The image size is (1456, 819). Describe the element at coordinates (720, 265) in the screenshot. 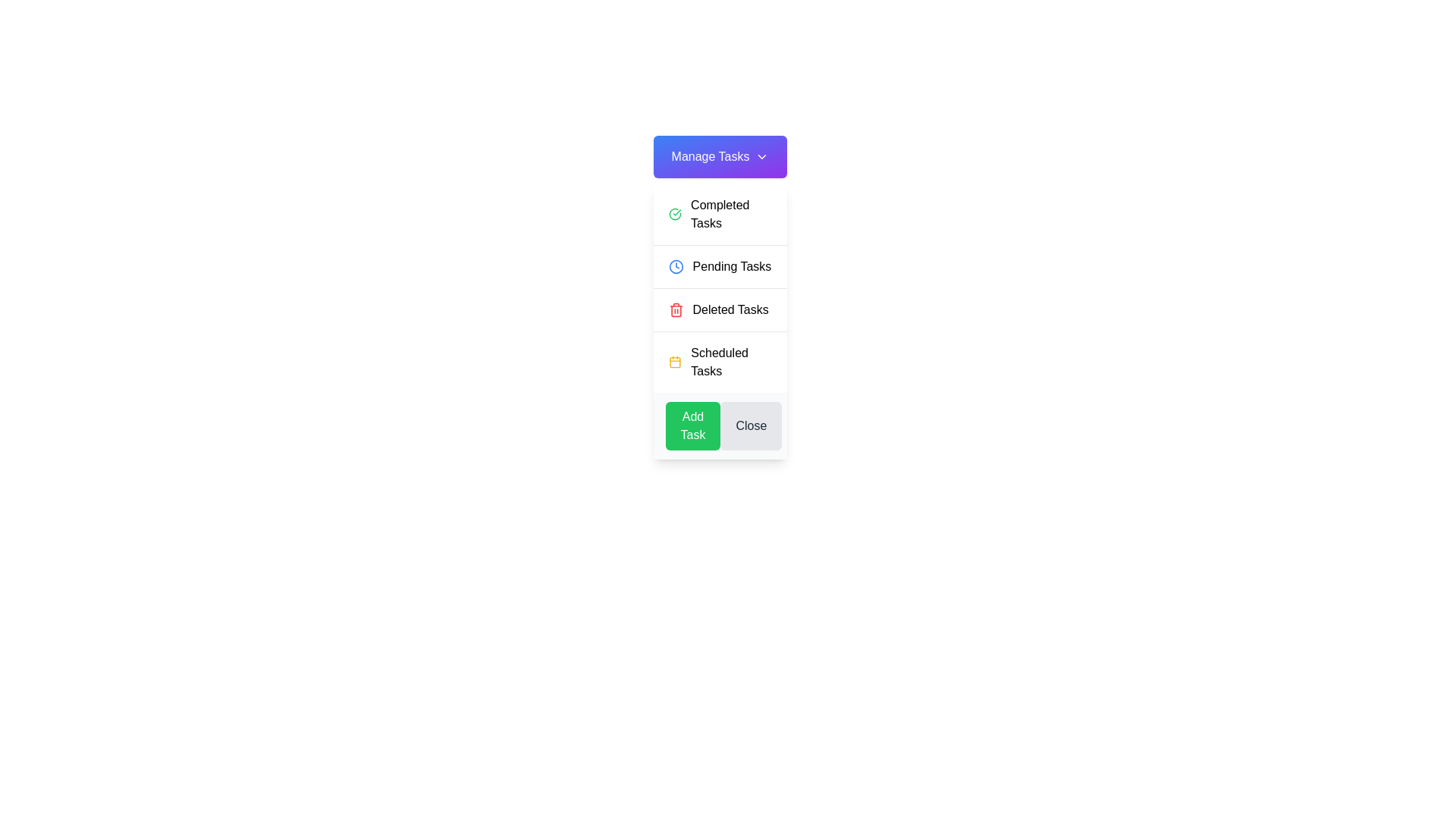

I see `the menu item button for pending tasks located beneath 'Manage Tasks'` at that location.